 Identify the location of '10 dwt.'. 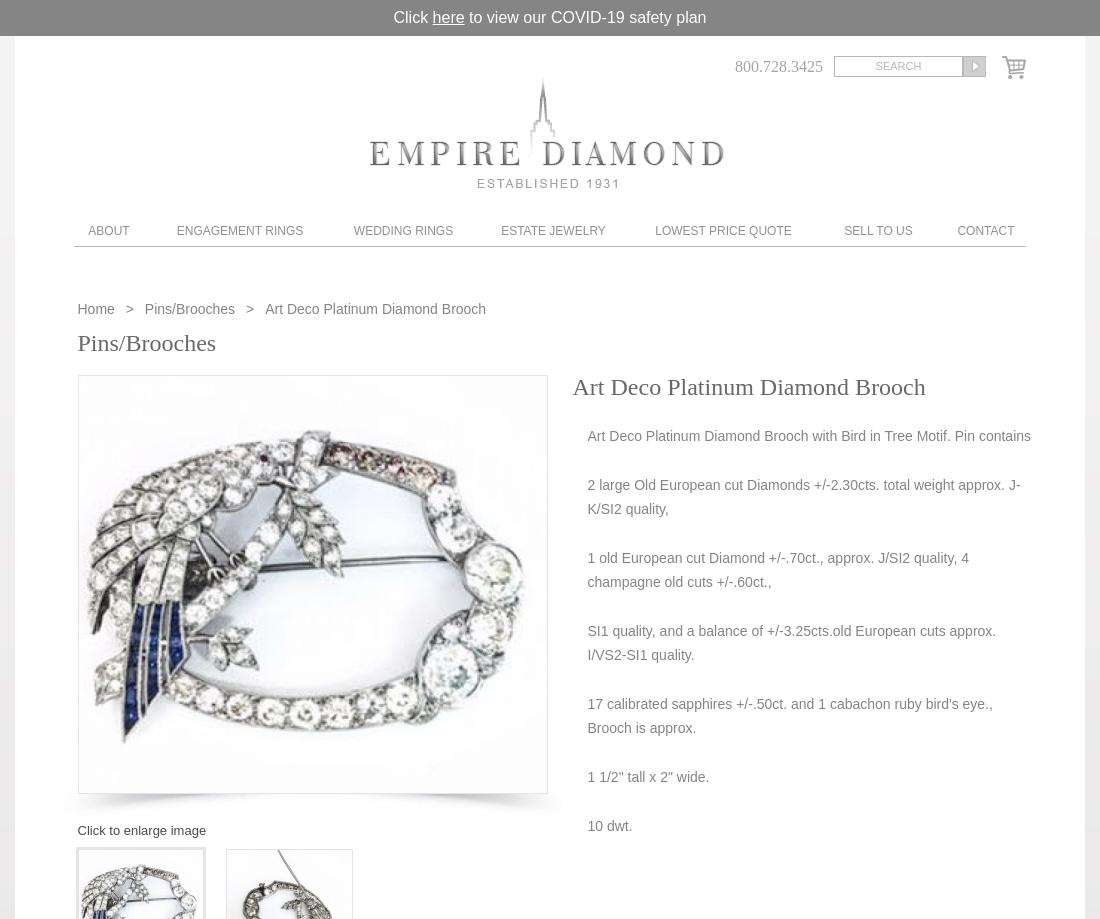
(585, 825).